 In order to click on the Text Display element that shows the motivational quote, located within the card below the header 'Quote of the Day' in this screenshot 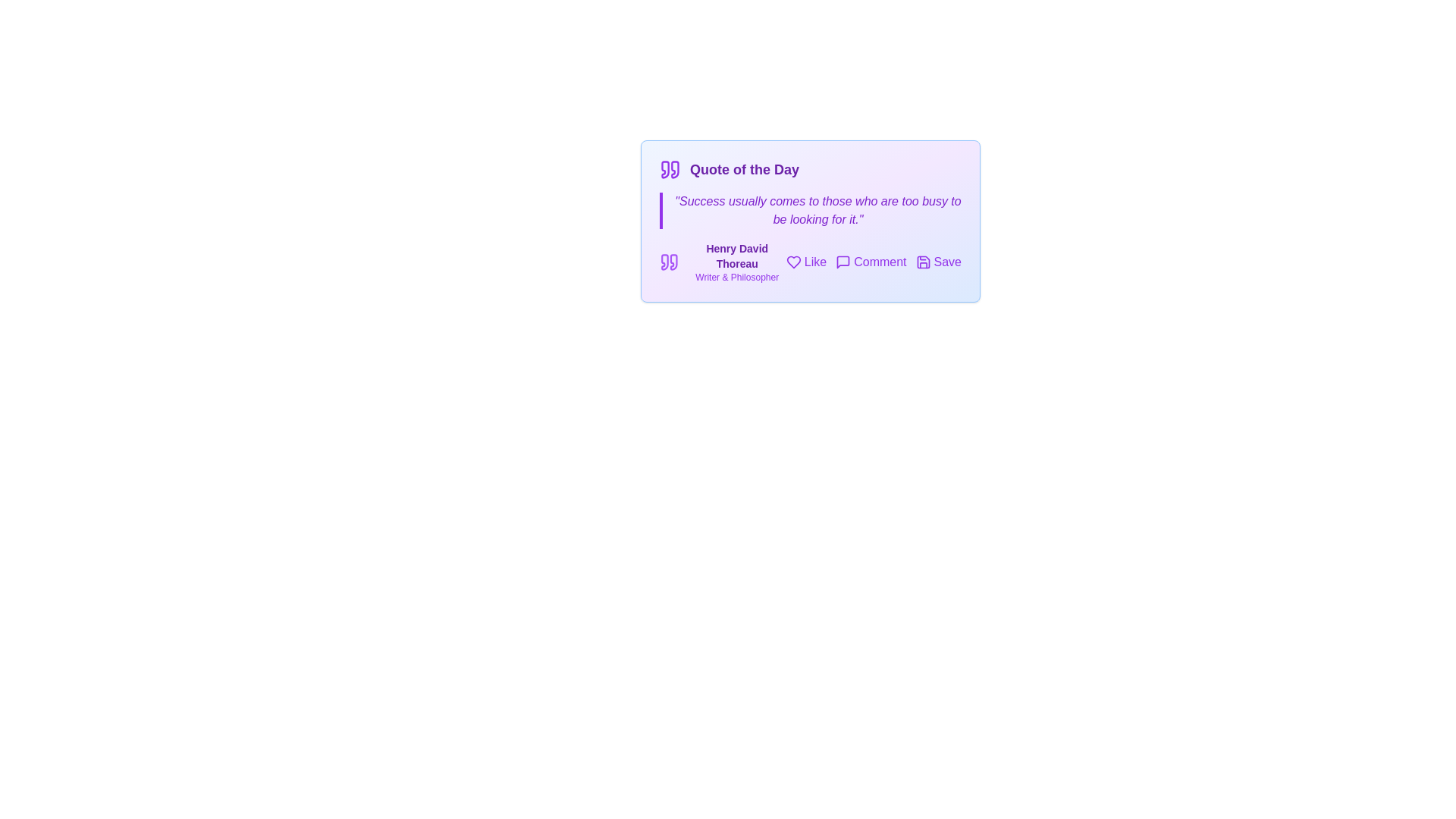, I will do `click(810, 210)`.